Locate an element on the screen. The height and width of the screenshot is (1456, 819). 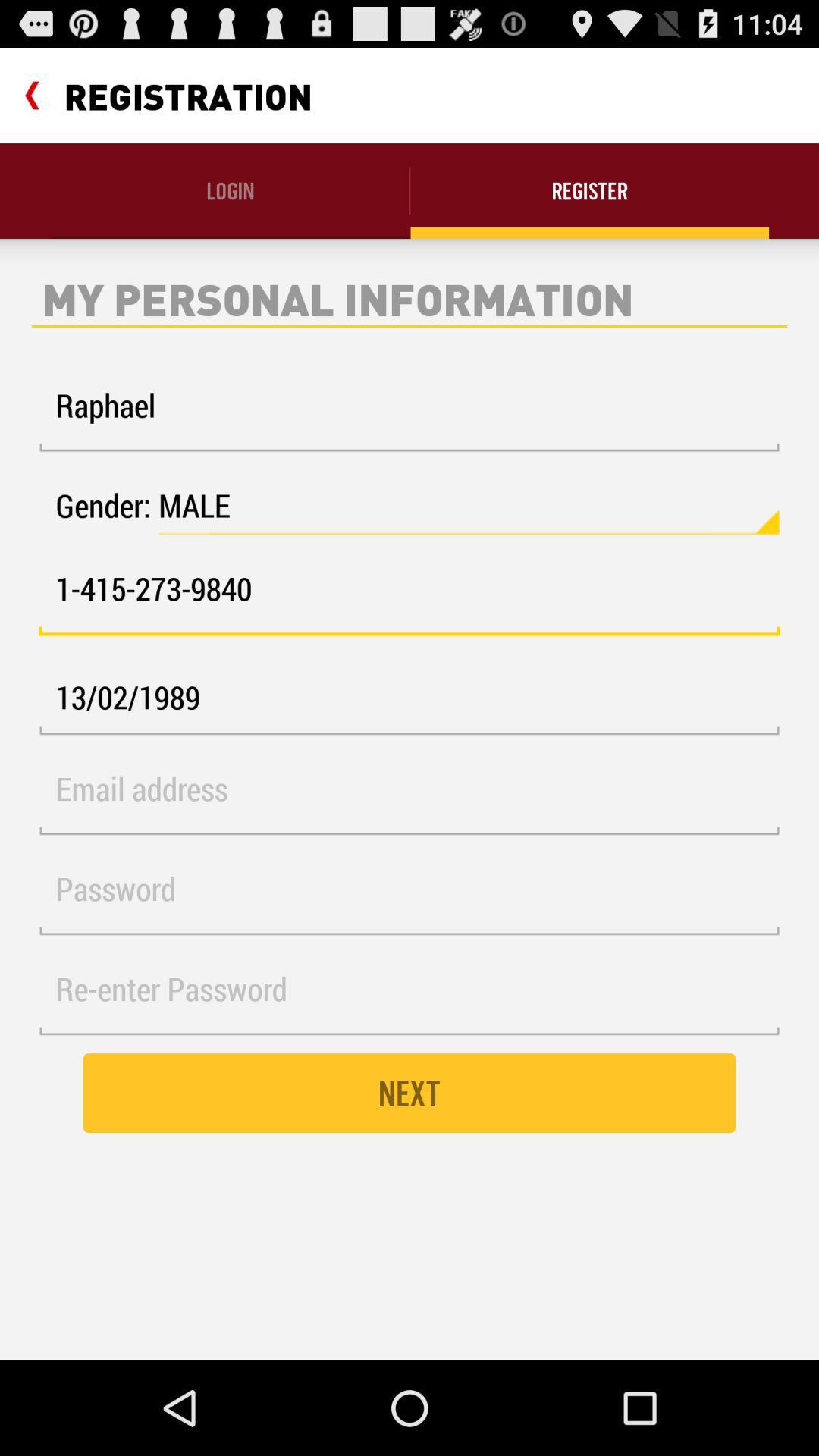
the 13/02/1989 item is located at coordinates (409, 697).